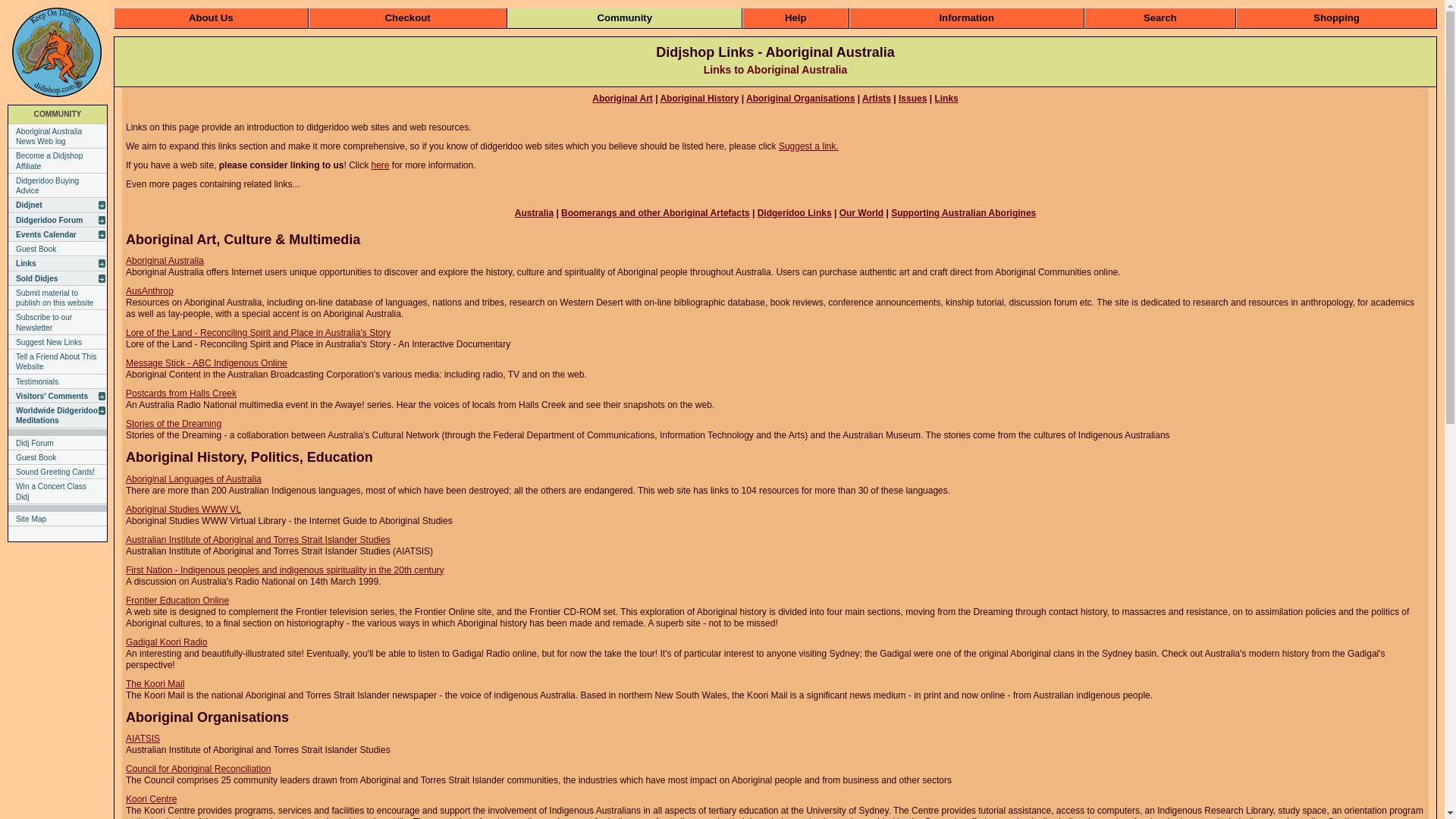 The width and height of the screenshot is (1456, 819). Describe the element at coordinates (182, 509) in the screenshot. I see `'Aboriginal Studies WWW VL'` at that location.